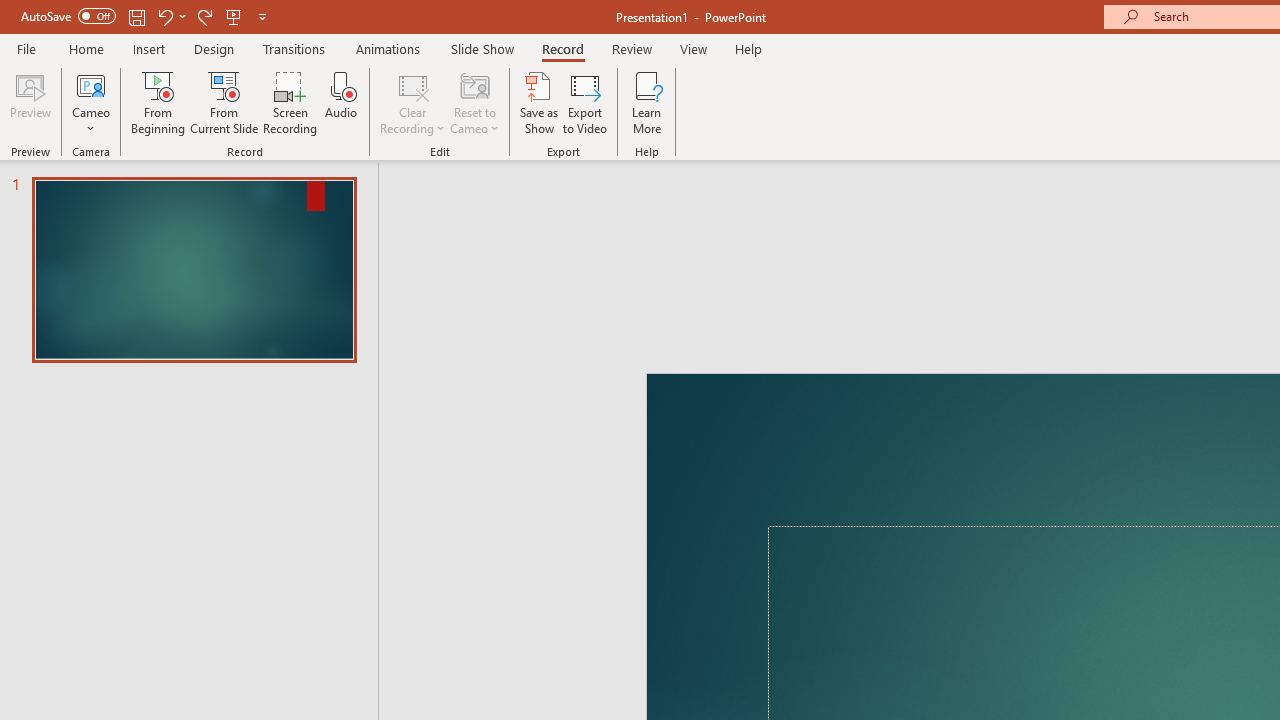 The width and height of the screenshot is (1280, 720). Describe the element at coordinates (539, 103) in the screenshot. I see `'Save as Show'` at that location.